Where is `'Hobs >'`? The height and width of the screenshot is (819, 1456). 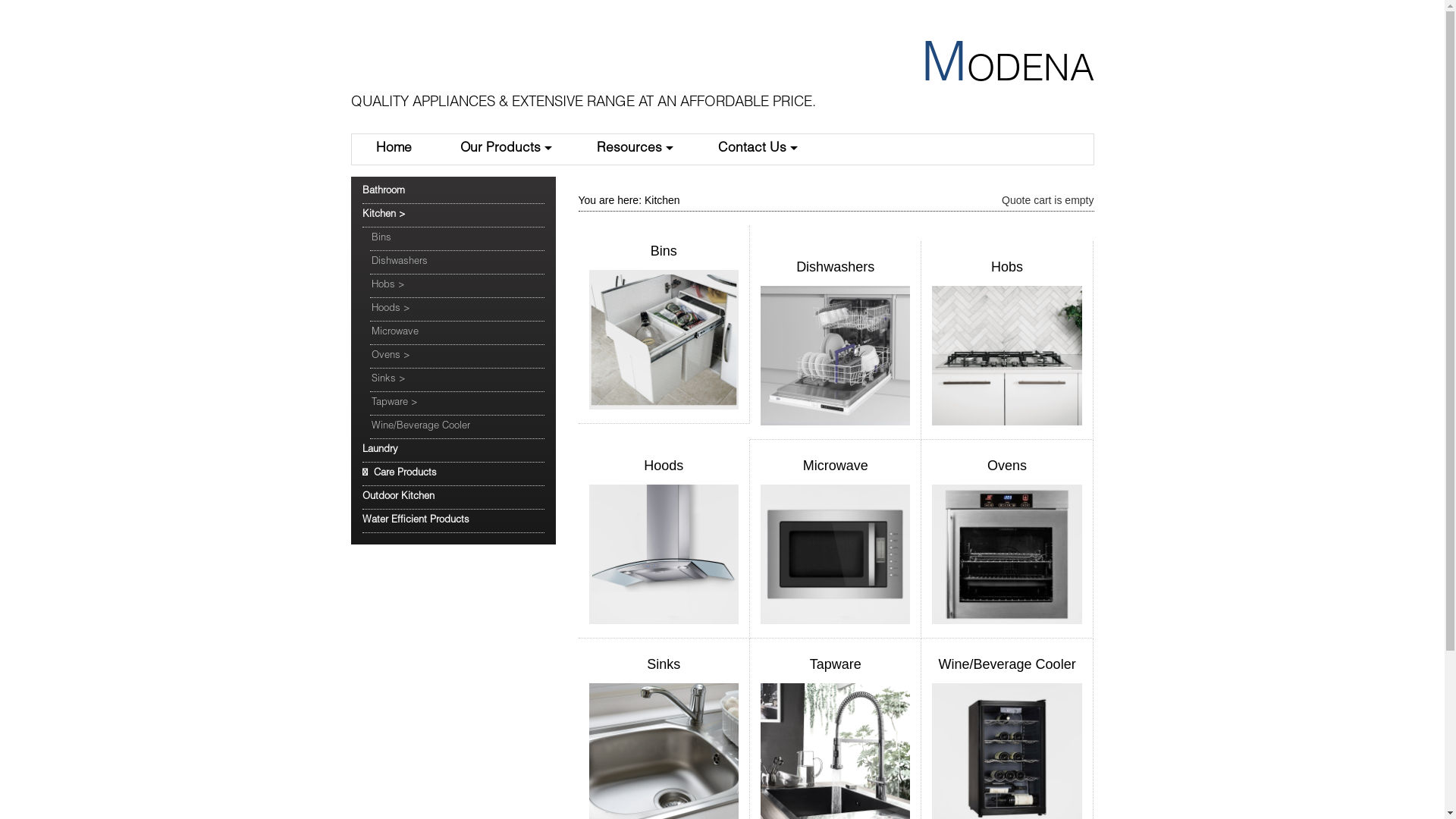 'Hobs >' is located at coordinates (370, 286).